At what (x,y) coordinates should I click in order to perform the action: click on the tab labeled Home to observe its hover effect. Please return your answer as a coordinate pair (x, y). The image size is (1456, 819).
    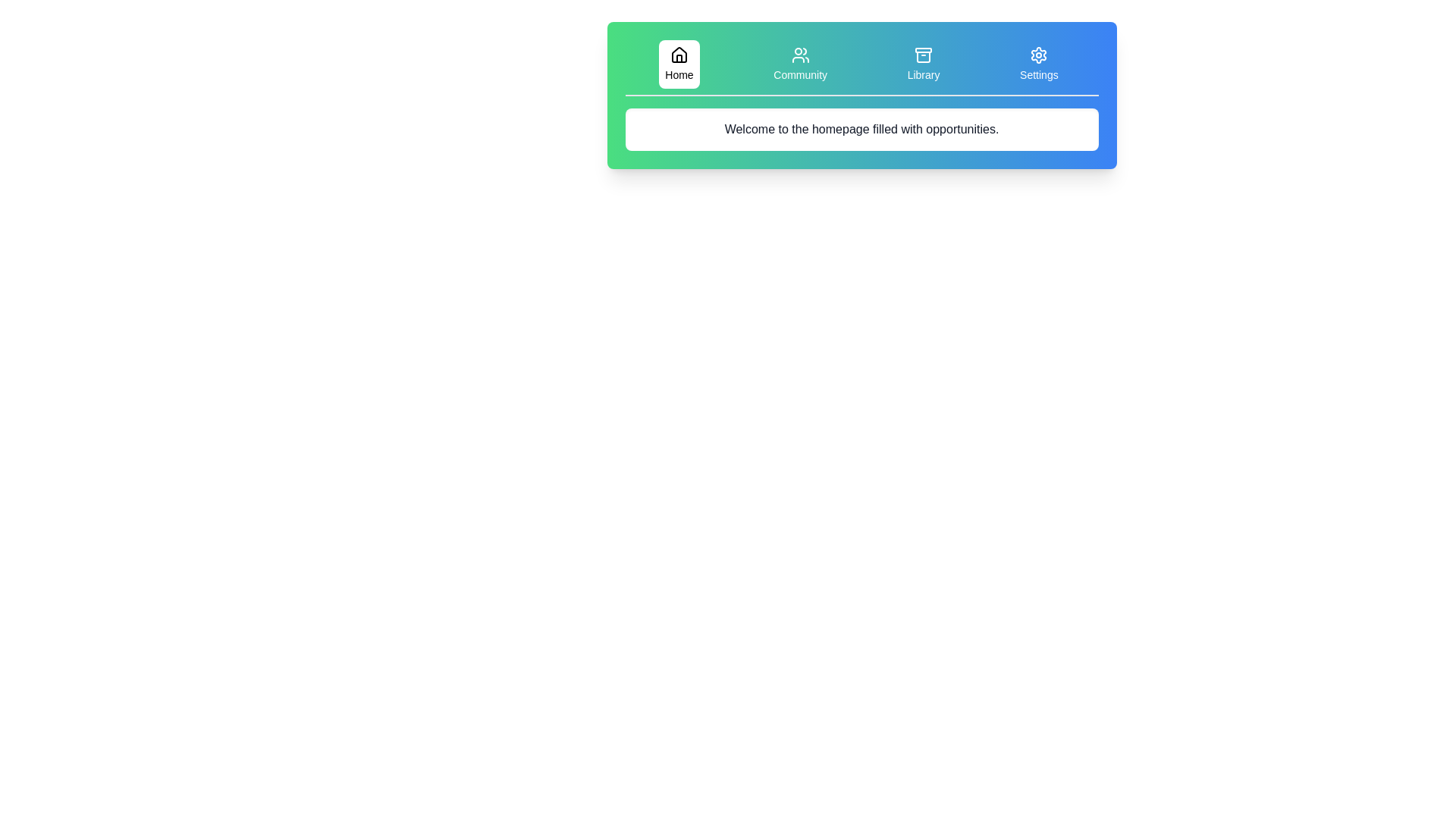
    Looking at the image, I should click on (679, 63).